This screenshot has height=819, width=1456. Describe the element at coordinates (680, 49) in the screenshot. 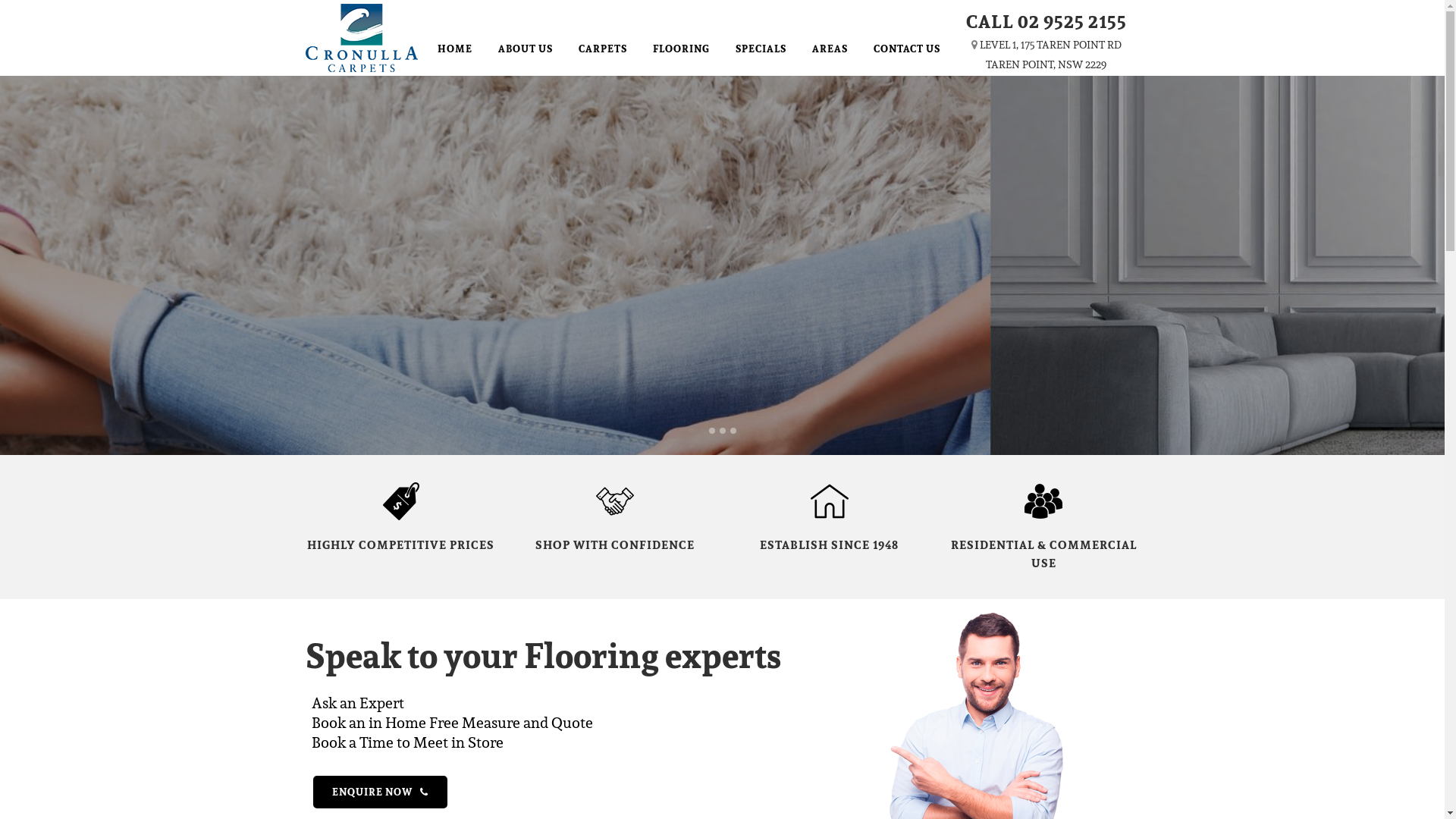

I see `'FLOORING'` at that location.